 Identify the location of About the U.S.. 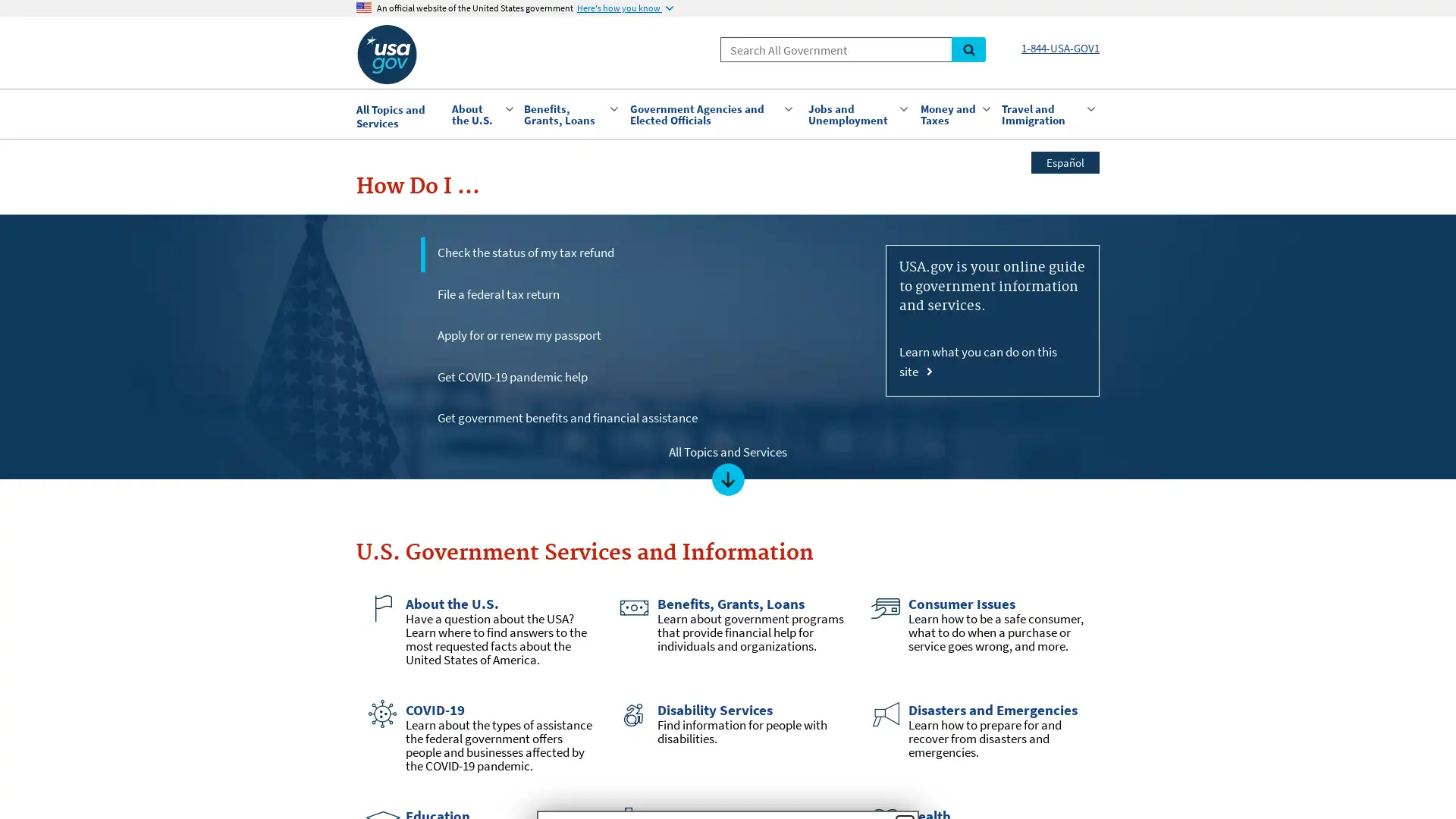
(479, 113).